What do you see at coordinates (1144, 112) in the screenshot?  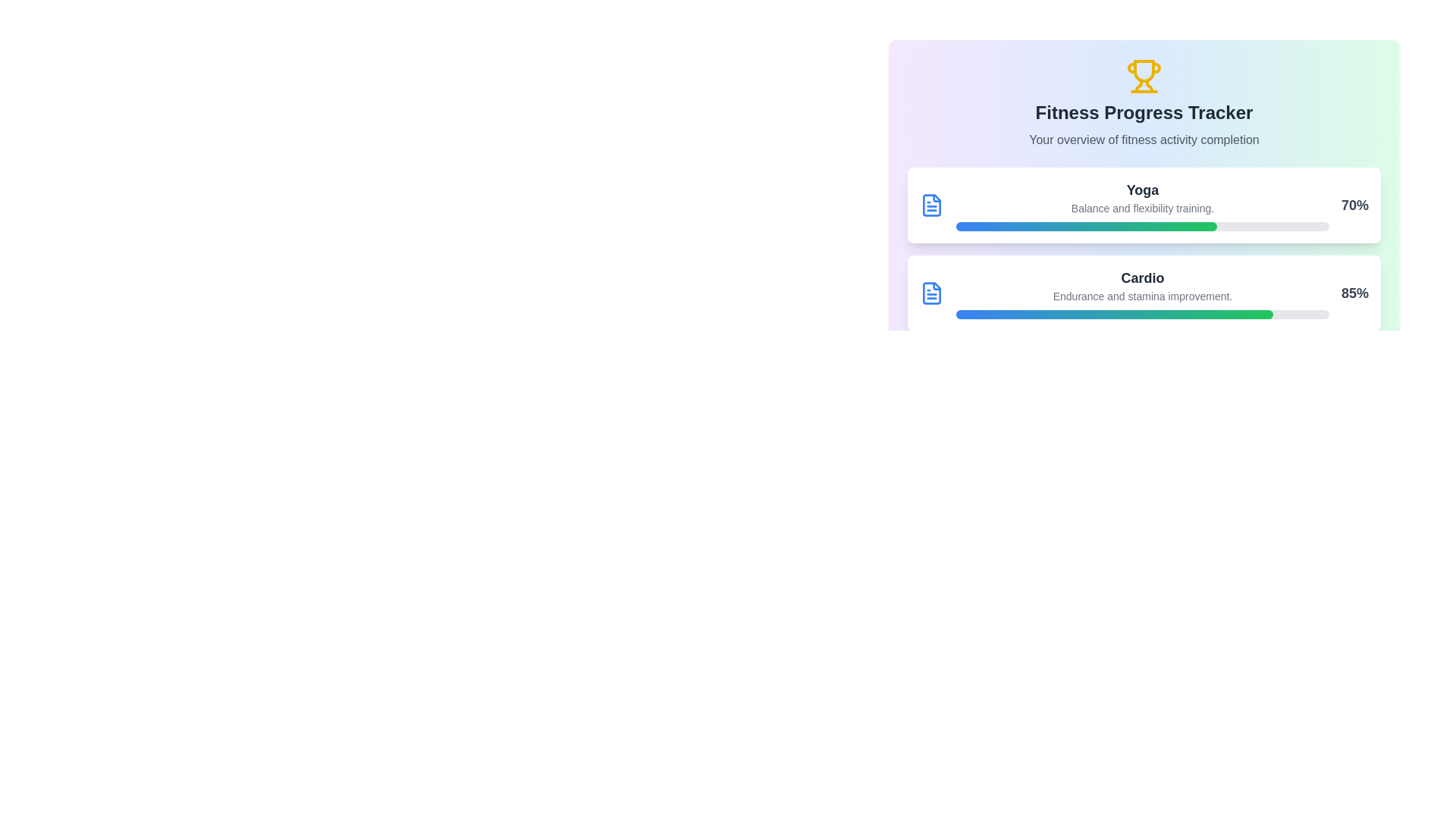 I see `the heading element that serves as the title for the fitness progress tracking section, positioned below a yellow trophy icon and above a smaller gray-text line` at bounding box center [1144, 112].